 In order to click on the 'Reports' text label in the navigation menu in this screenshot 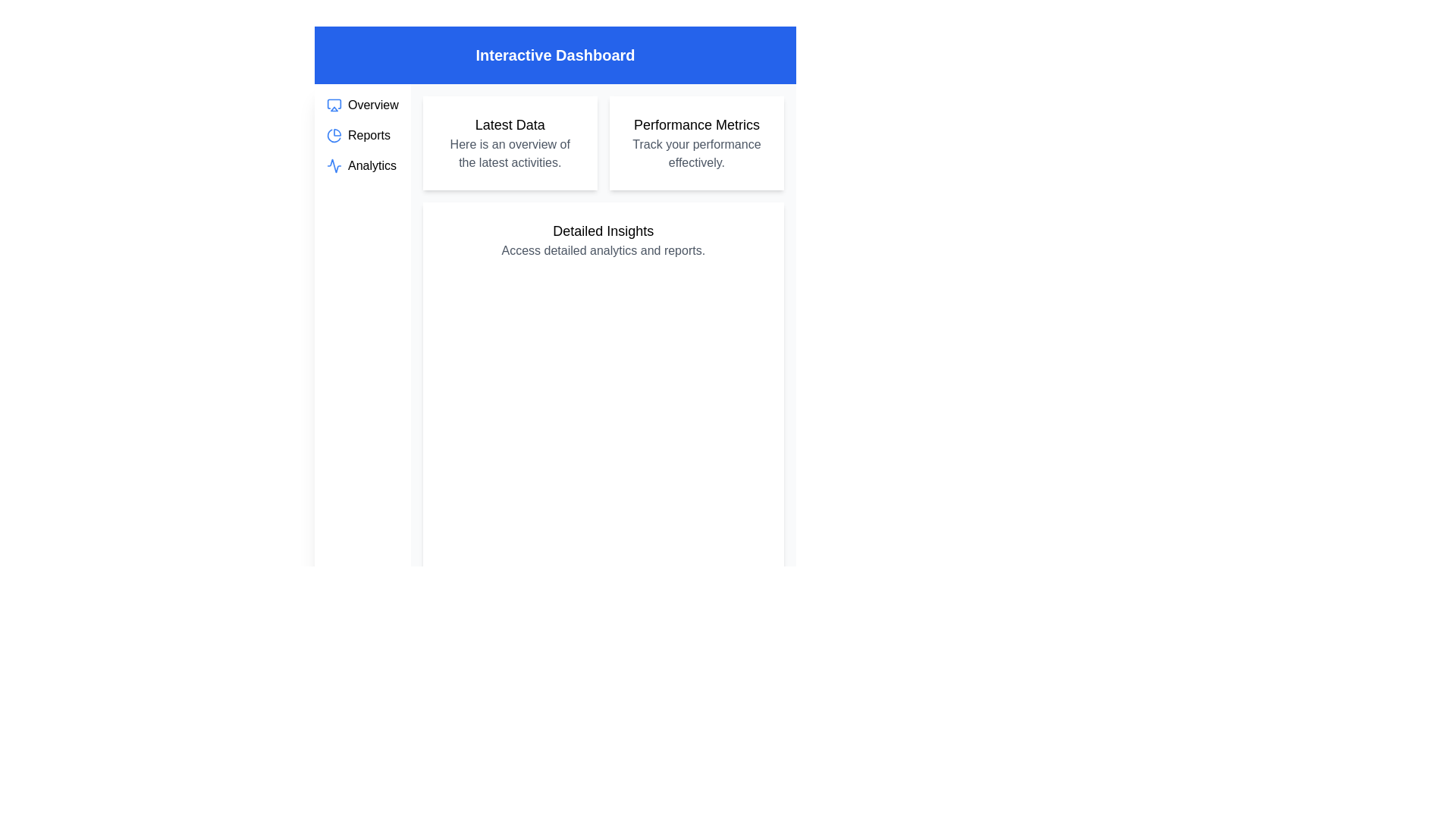, I will do `click(369, 134)`.